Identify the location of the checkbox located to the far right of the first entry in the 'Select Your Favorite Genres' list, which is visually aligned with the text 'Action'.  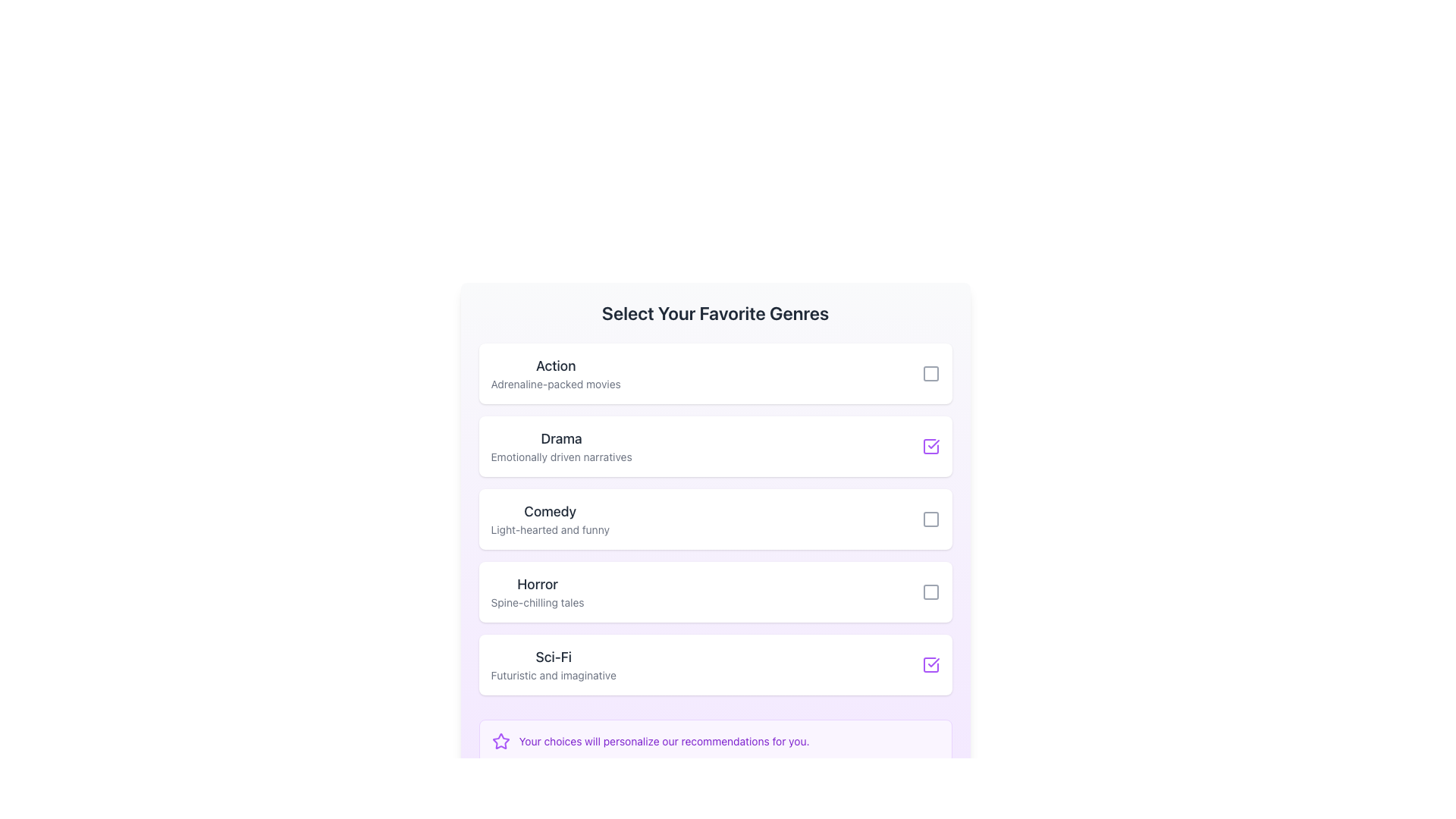
(930, 374).